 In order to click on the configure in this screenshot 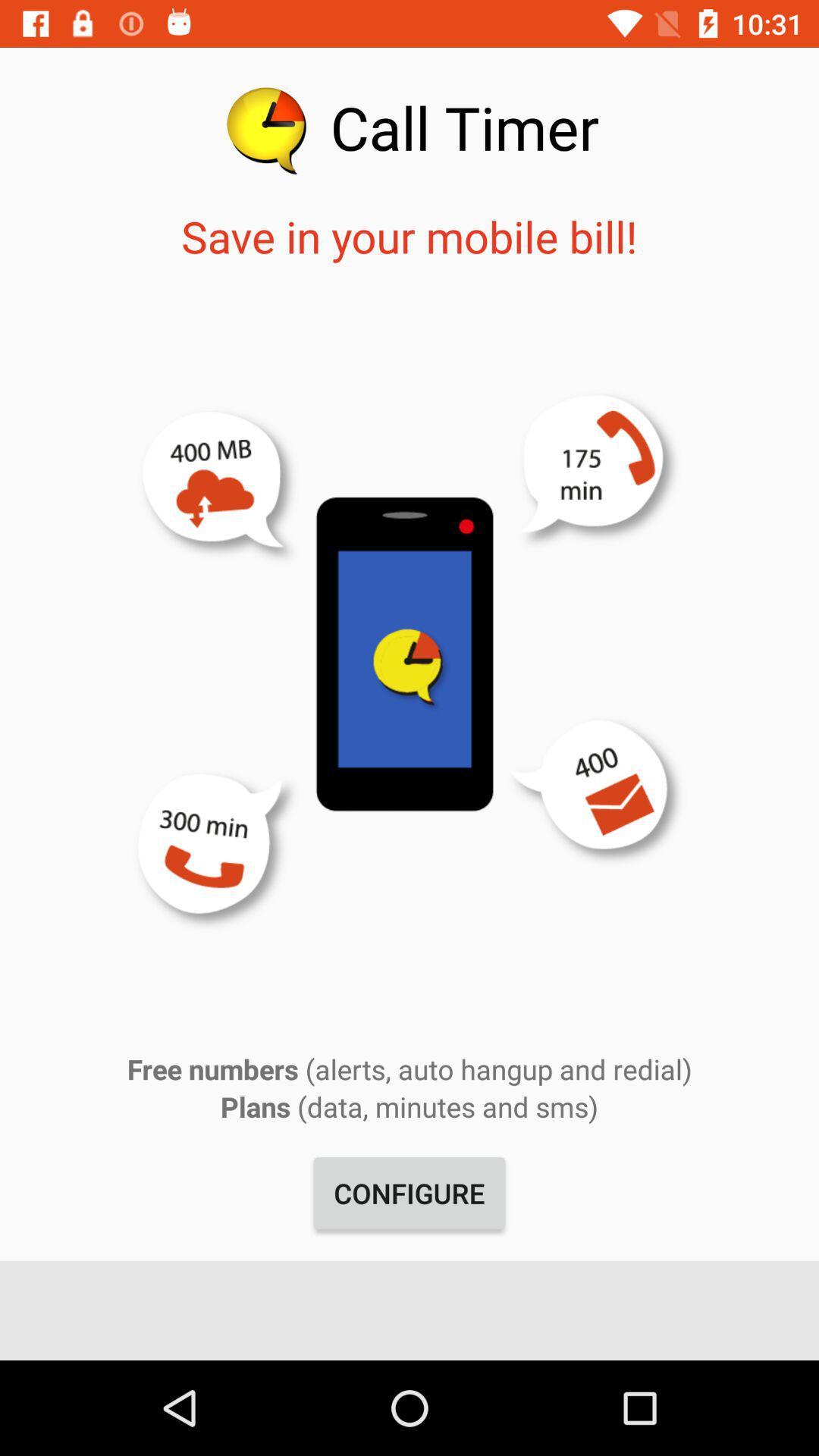, I will do `click(409, 1192)`.